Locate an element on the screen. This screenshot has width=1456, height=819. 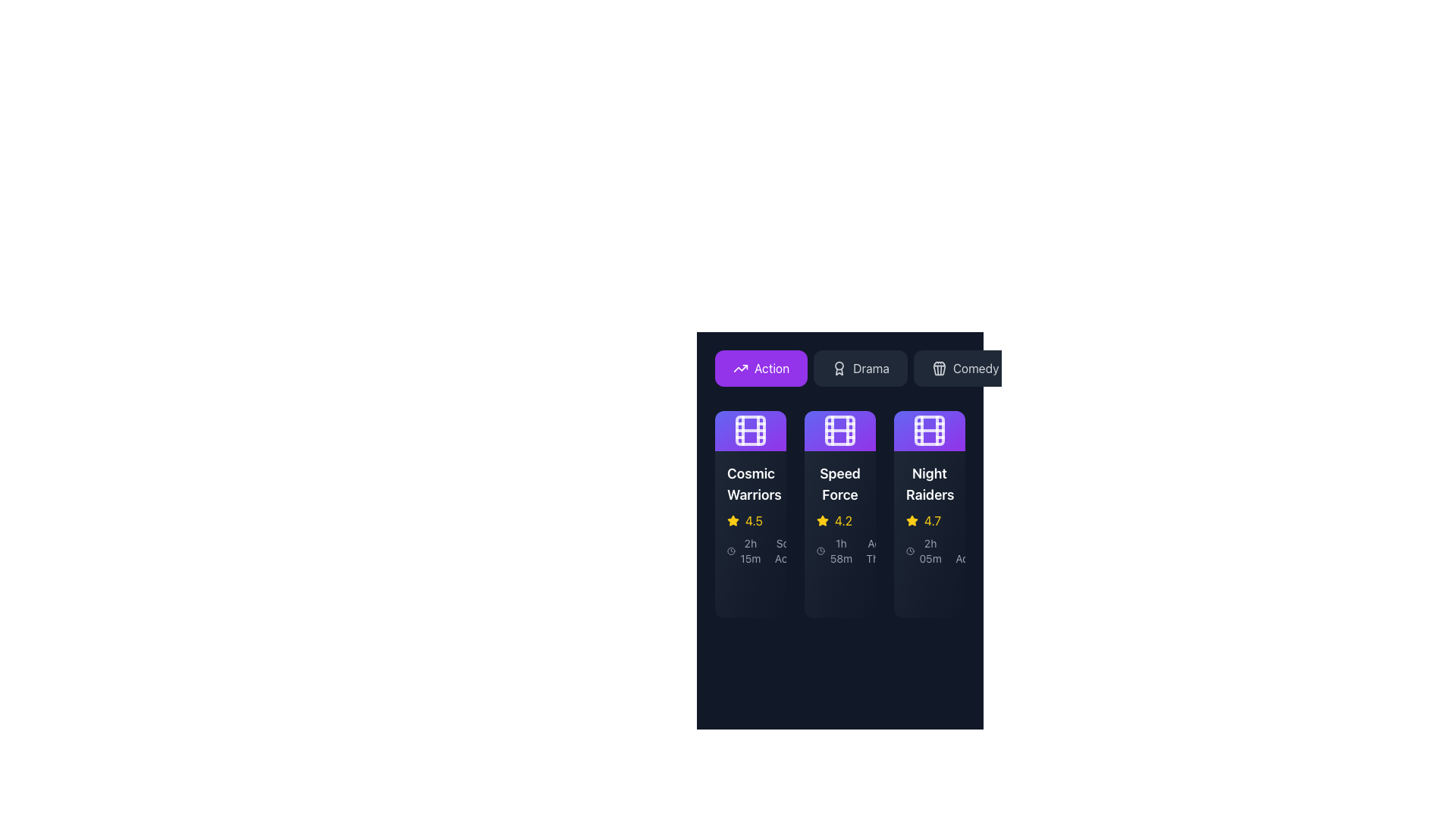
the icon associated with the duration label for the movie 'Cosmic Warriors', which is located in the first card below the rating and stars, and above the genre information is located at coordinates (750, 550).